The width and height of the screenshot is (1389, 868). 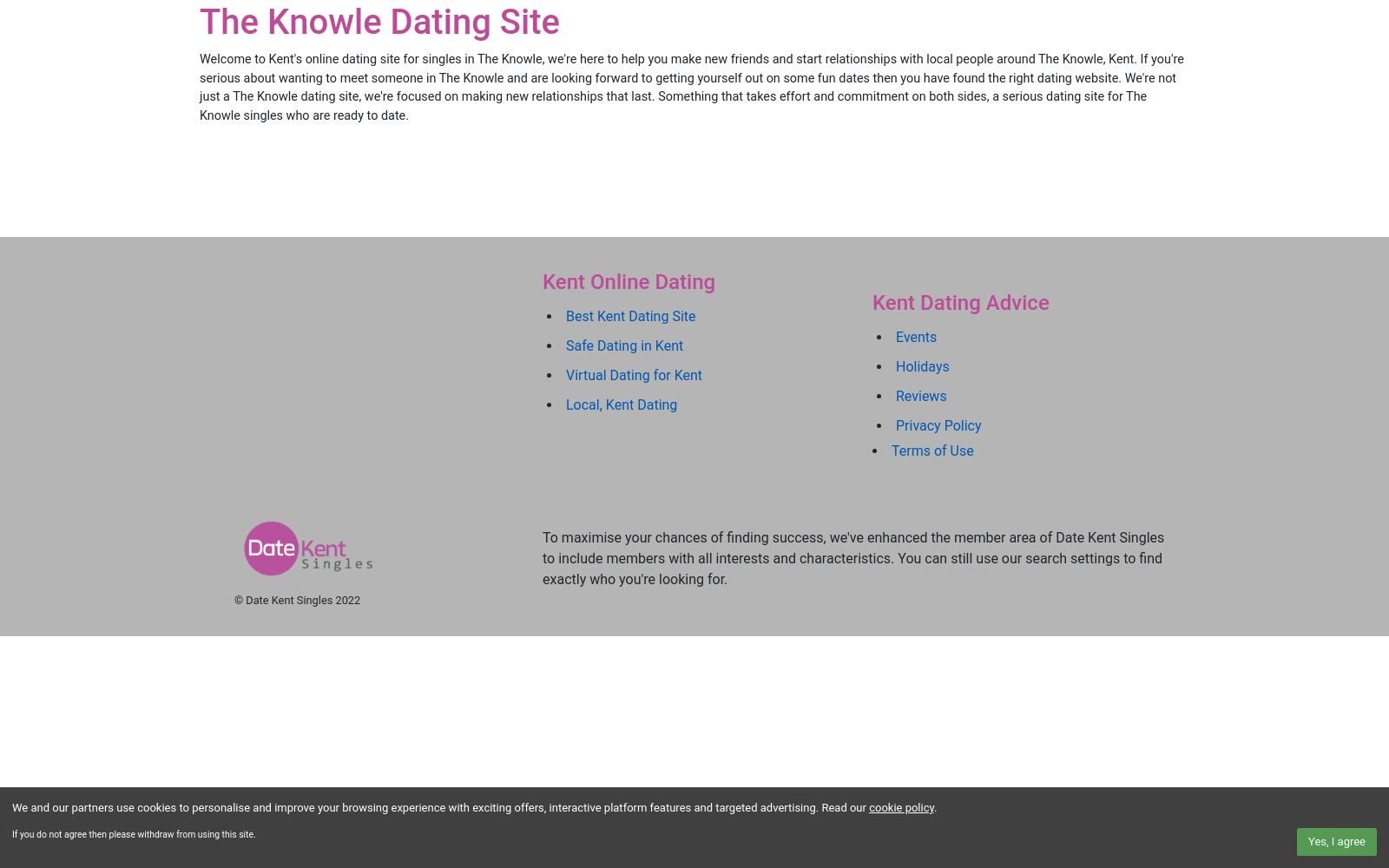 I want to click on 'Virtual Dating for Kent', so click(x=634, y=374).